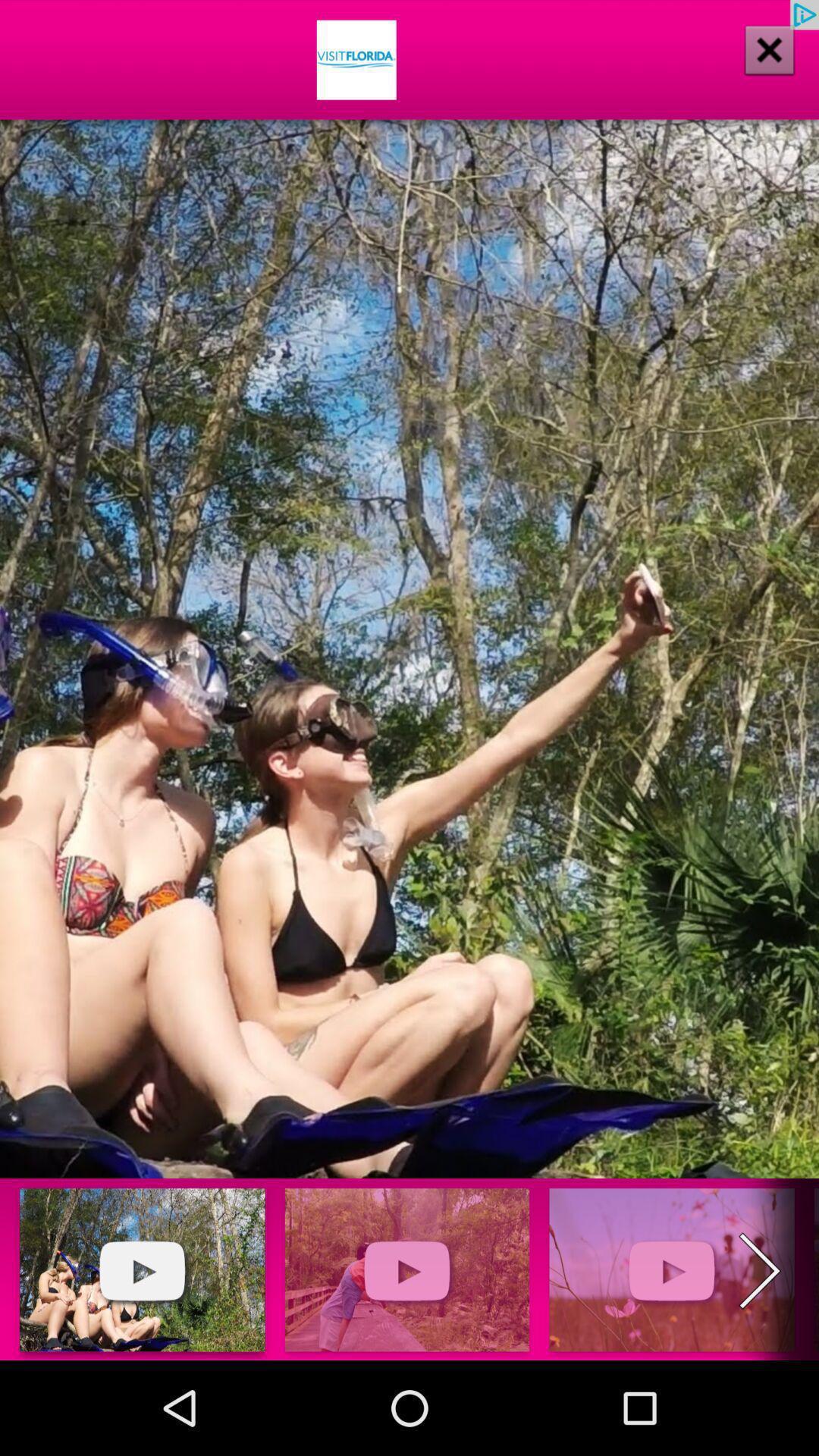 Image resolution: width=819 pixels, height=1456 pixels. Describe the element at coordinates (769, 53) in the screenshot. I see `the close icon` at that location.